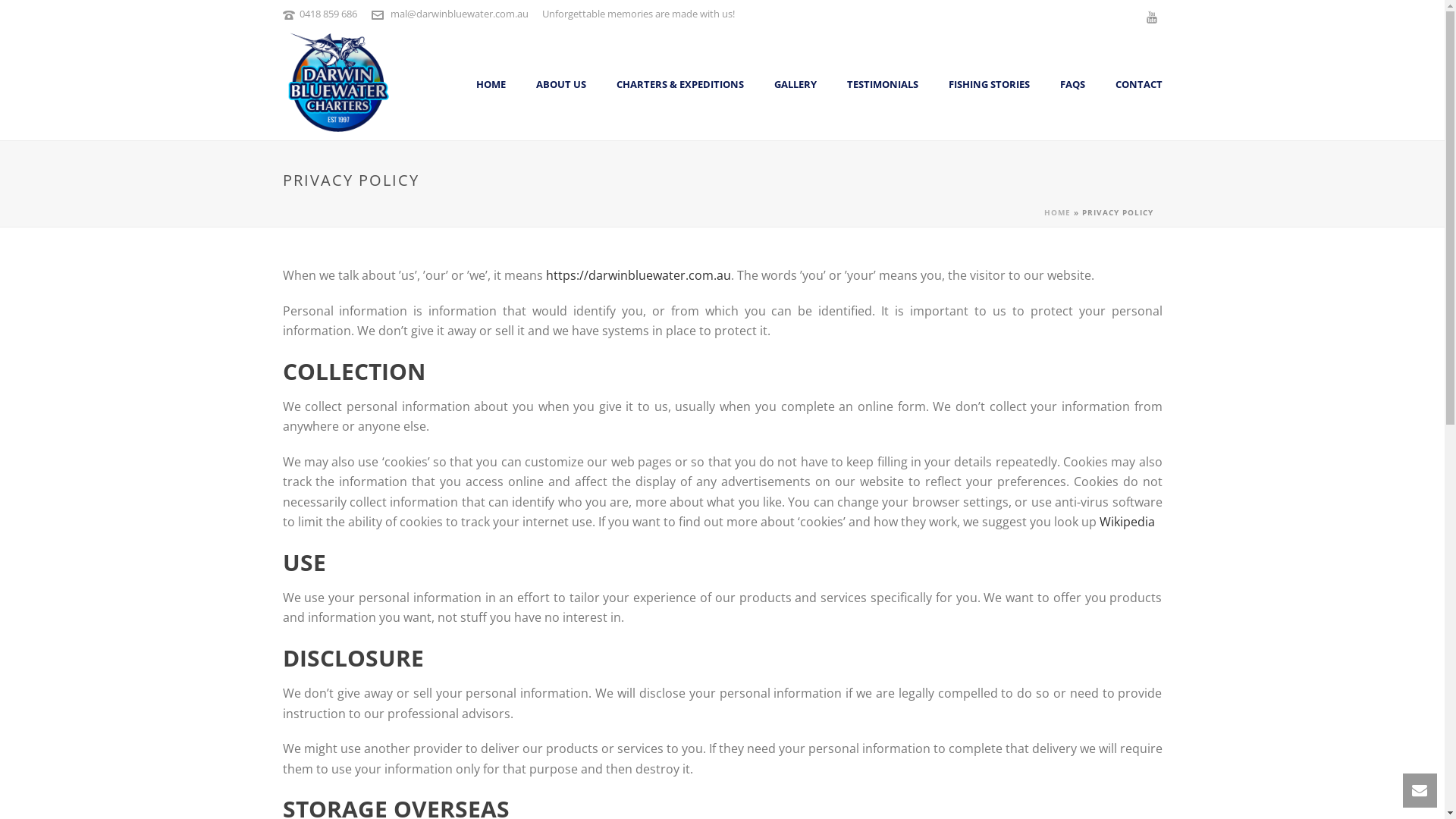 The width and height of the screenshot is (1456, 819). Describe the element at coordinates (638, 275) in the screenshot. I see `'https://darwinbluewater.com.au'` at that location.